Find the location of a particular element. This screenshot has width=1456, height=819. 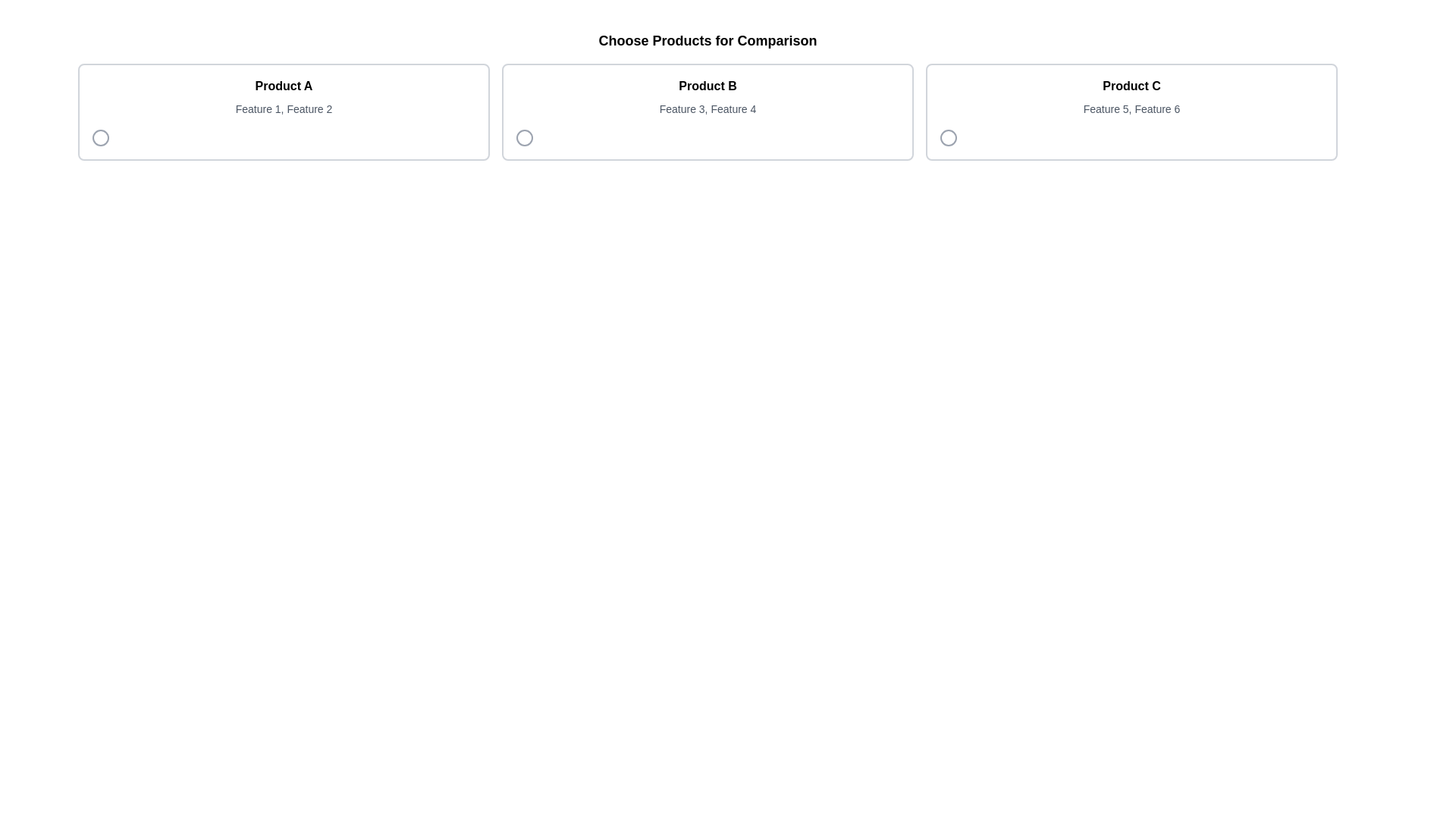

the circular radio button for 'Product C' is located at coordinates (948, 137).